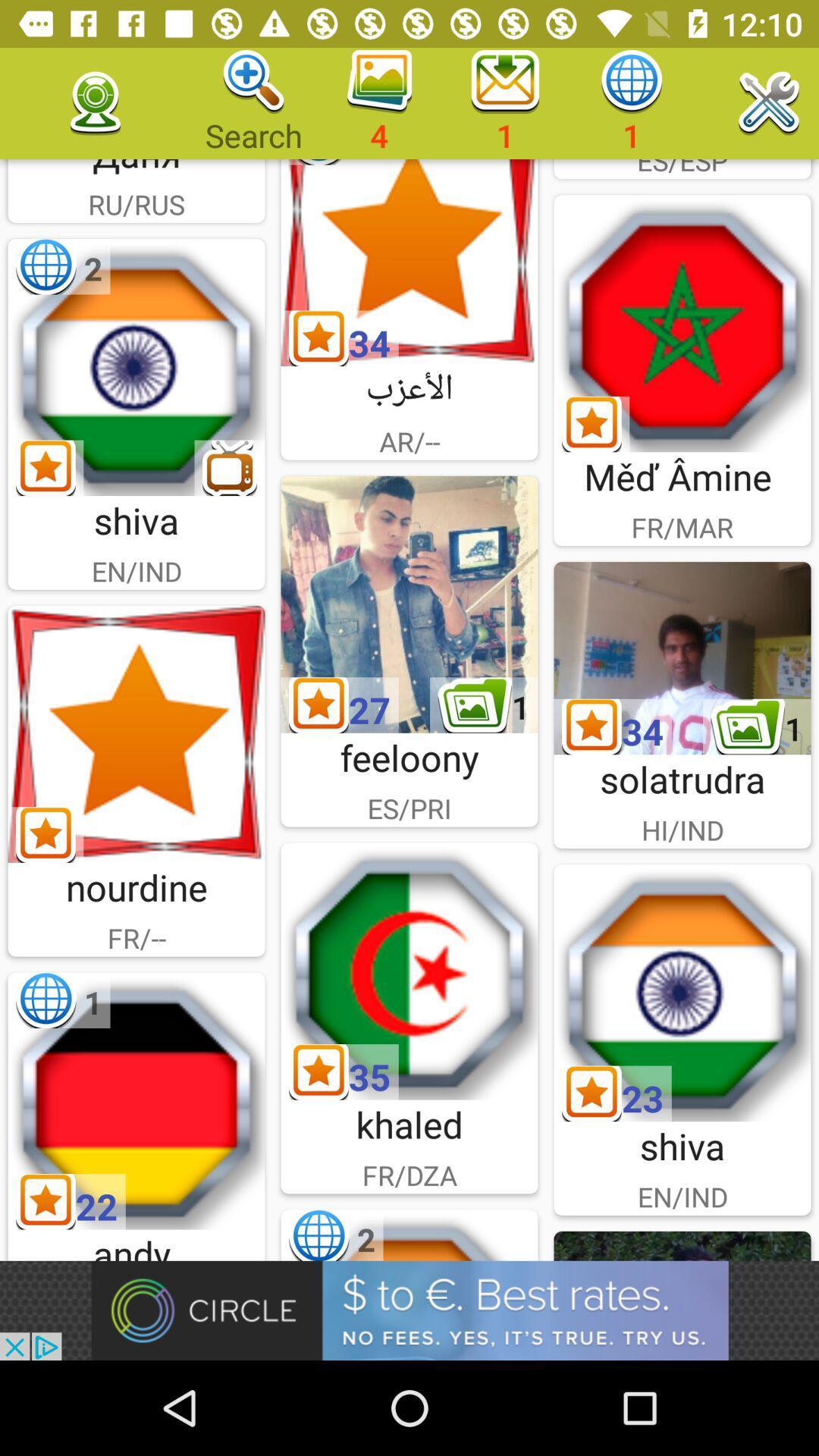  What do you see at coordinates (409, 262) in the screenshot?
I see `star` at bounding box center [409, 262].